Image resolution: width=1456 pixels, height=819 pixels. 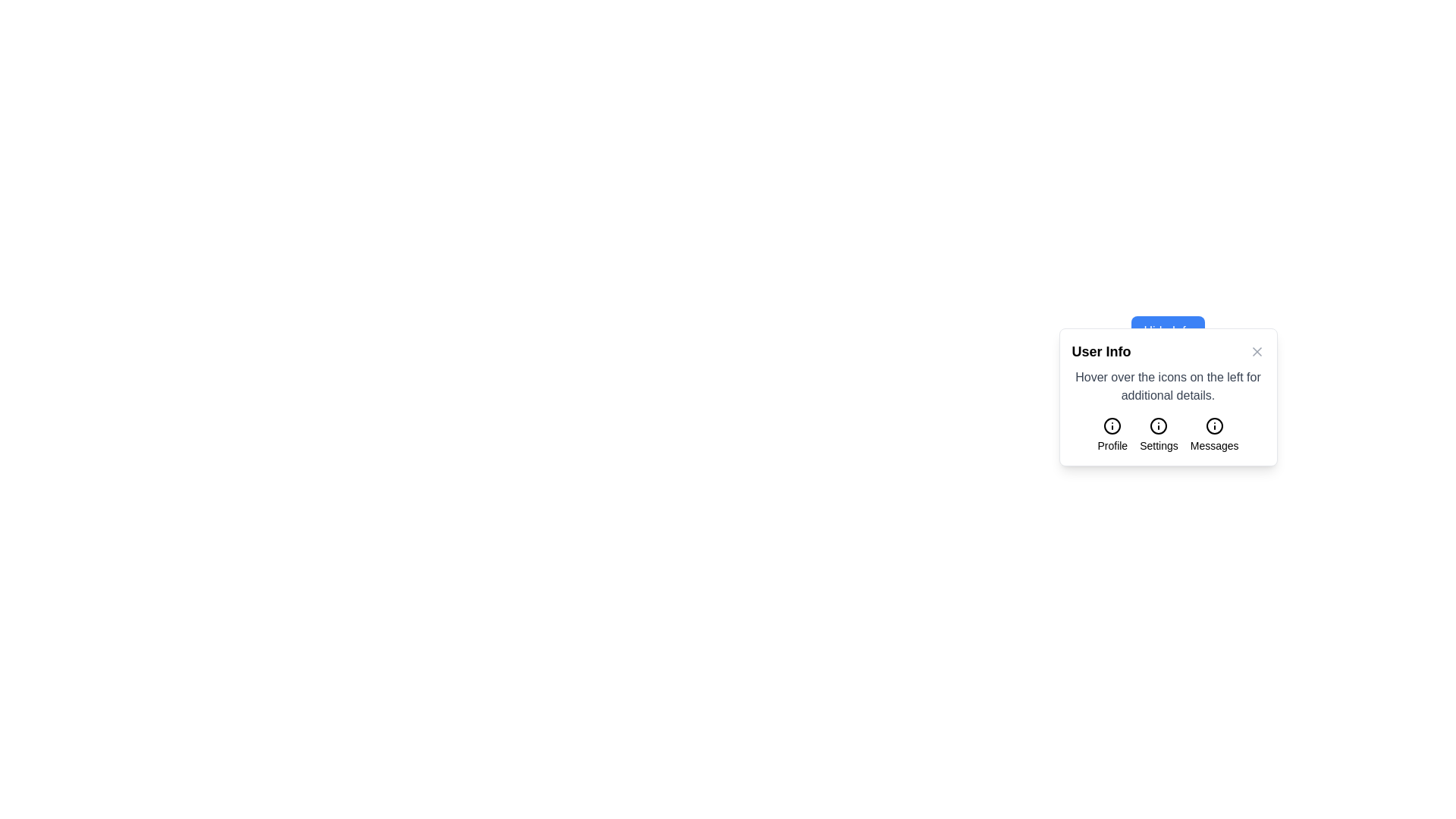 What do you see at coordinates (1158, 444) in the screenshot?
I see `the 'Settings' text label, which is a small font label positioned below a settings icon and part of a group of options including 'Profile', 'Settings', and 'Messages'` at bounding box center [1158, 444].